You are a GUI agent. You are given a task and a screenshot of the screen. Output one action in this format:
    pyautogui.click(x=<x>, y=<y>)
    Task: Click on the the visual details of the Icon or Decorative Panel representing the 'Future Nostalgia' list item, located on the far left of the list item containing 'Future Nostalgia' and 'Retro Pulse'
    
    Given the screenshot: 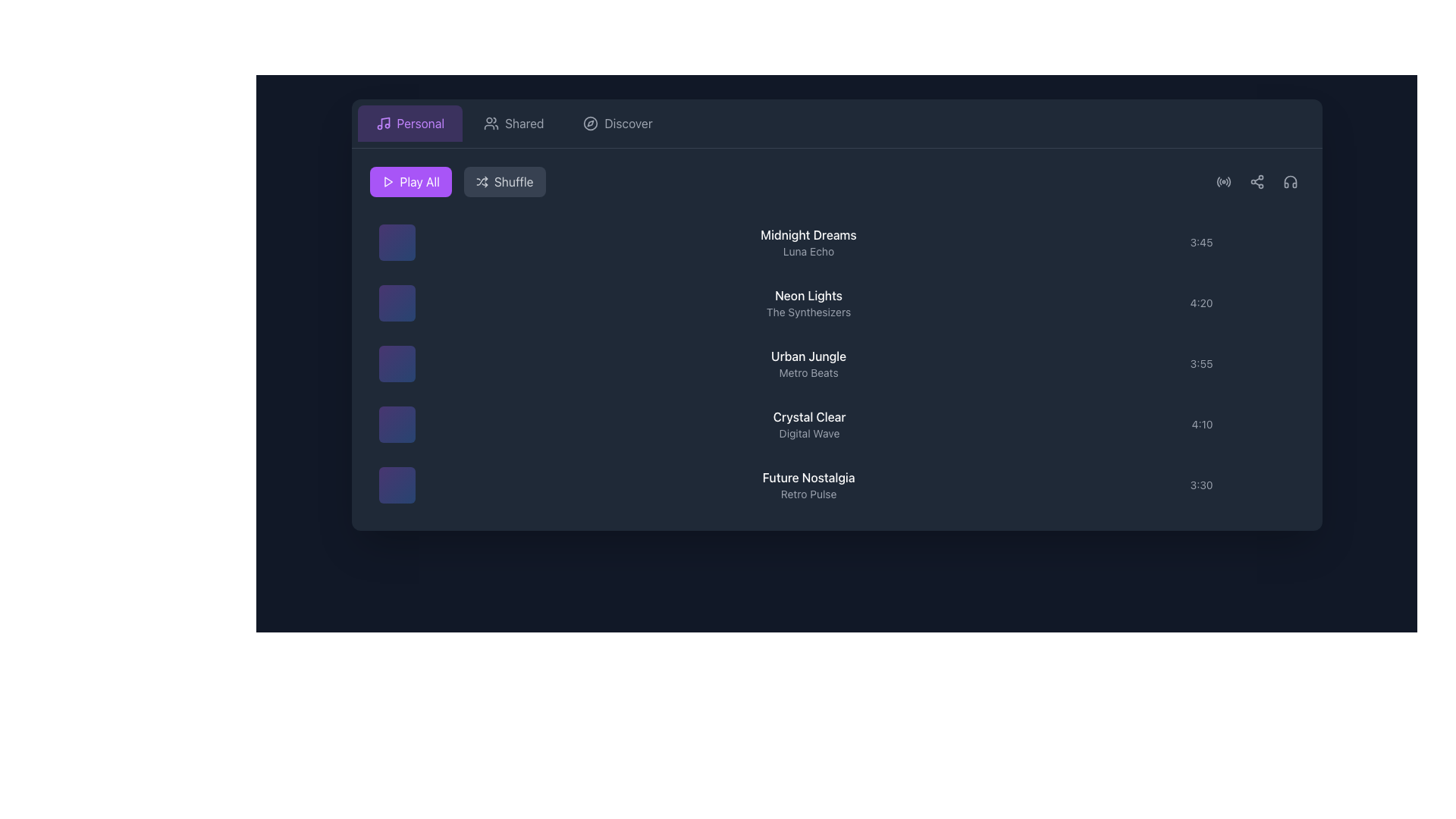 What is the action you would take?
    pyautogui.click(x=397, y=485)
    